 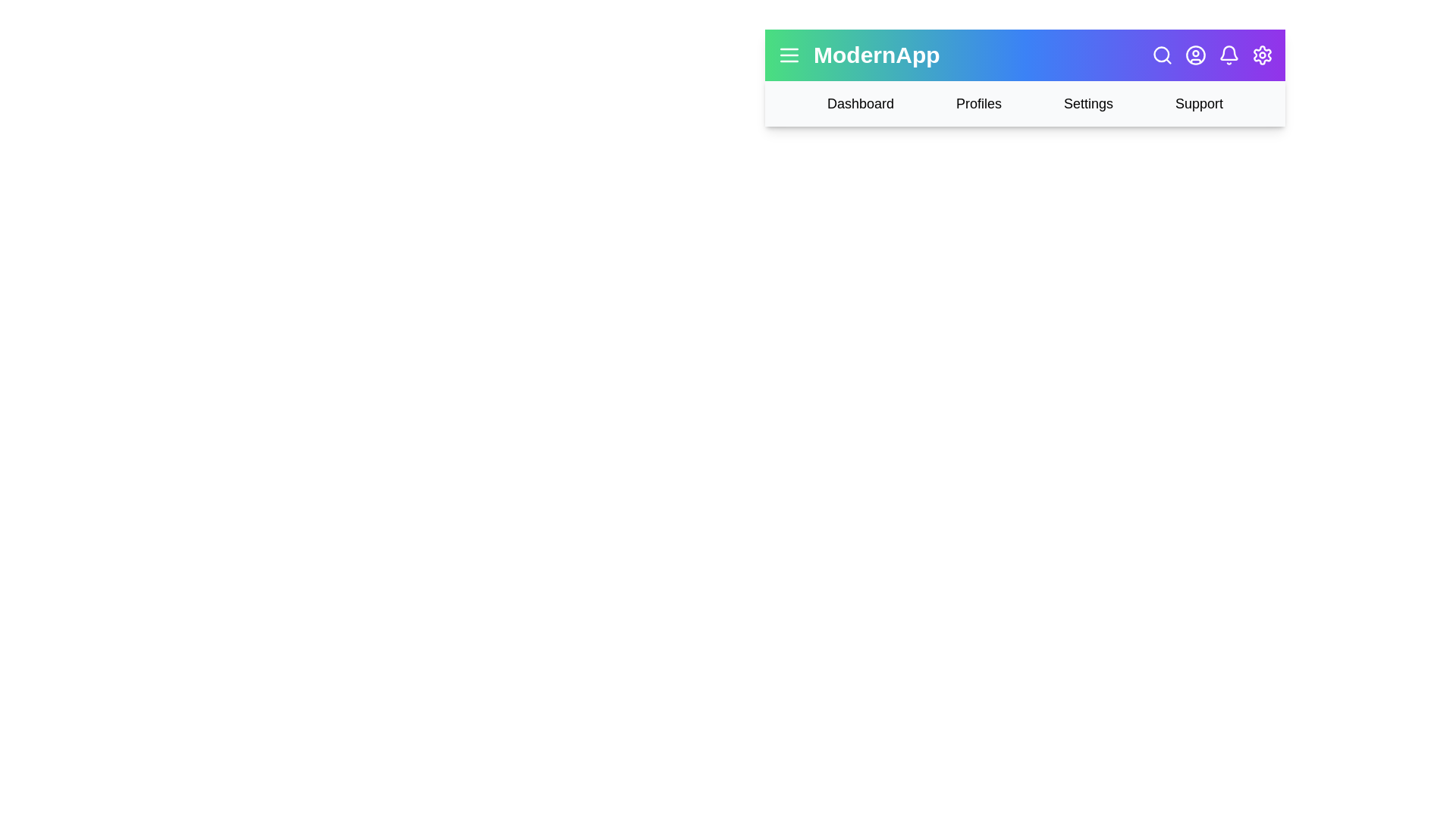 What do you see at coordinates (1263, 55) in the screenshot?
I see `the settings gear icon to open the settings menu` at bounding box center [1263, 55].